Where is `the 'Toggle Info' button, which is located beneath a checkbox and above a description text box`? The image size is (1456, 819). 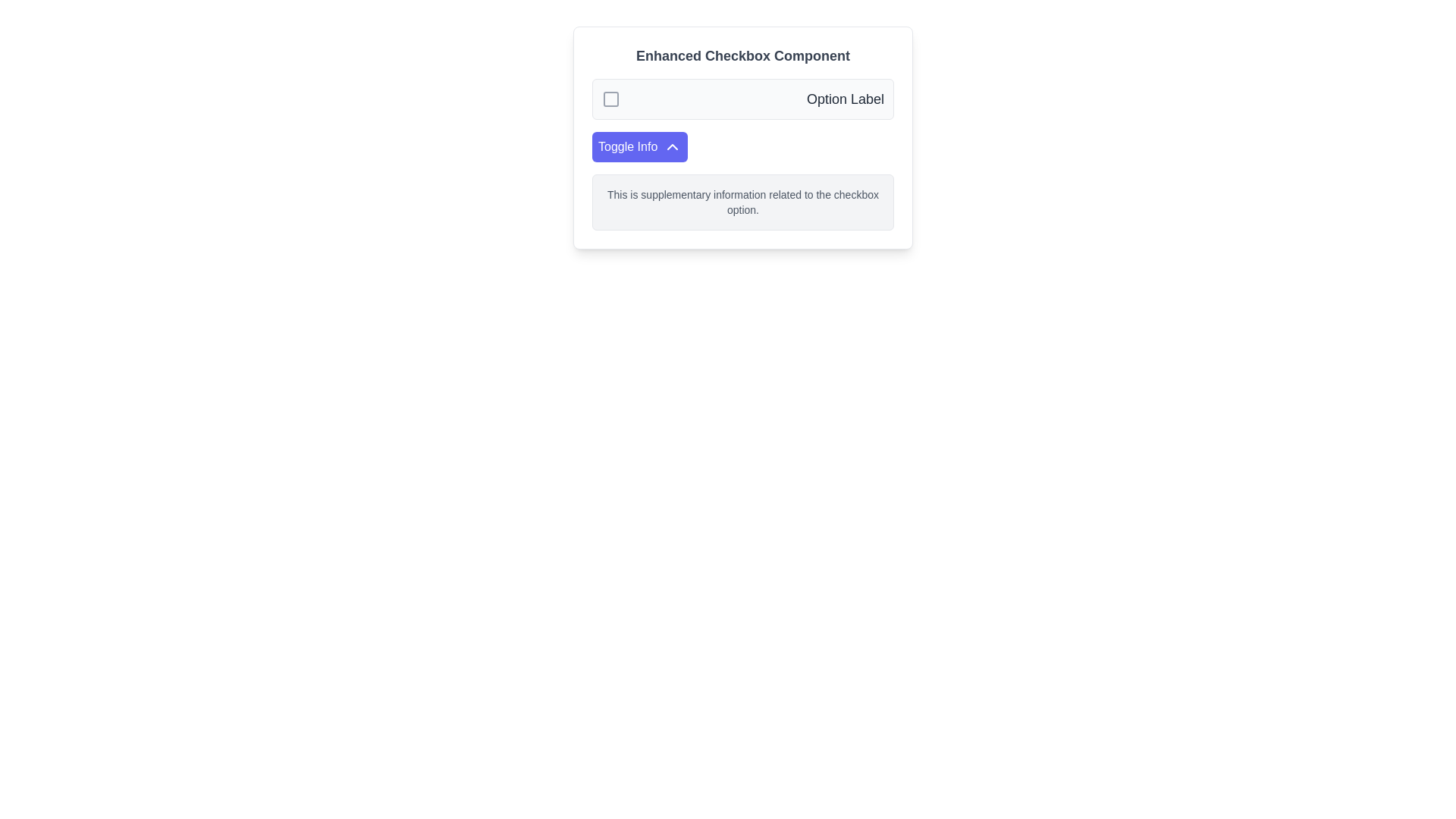
the 'Toggle Info' button, which is located beneath a checkbox and above a description text box is located at coordinates (672, 146).